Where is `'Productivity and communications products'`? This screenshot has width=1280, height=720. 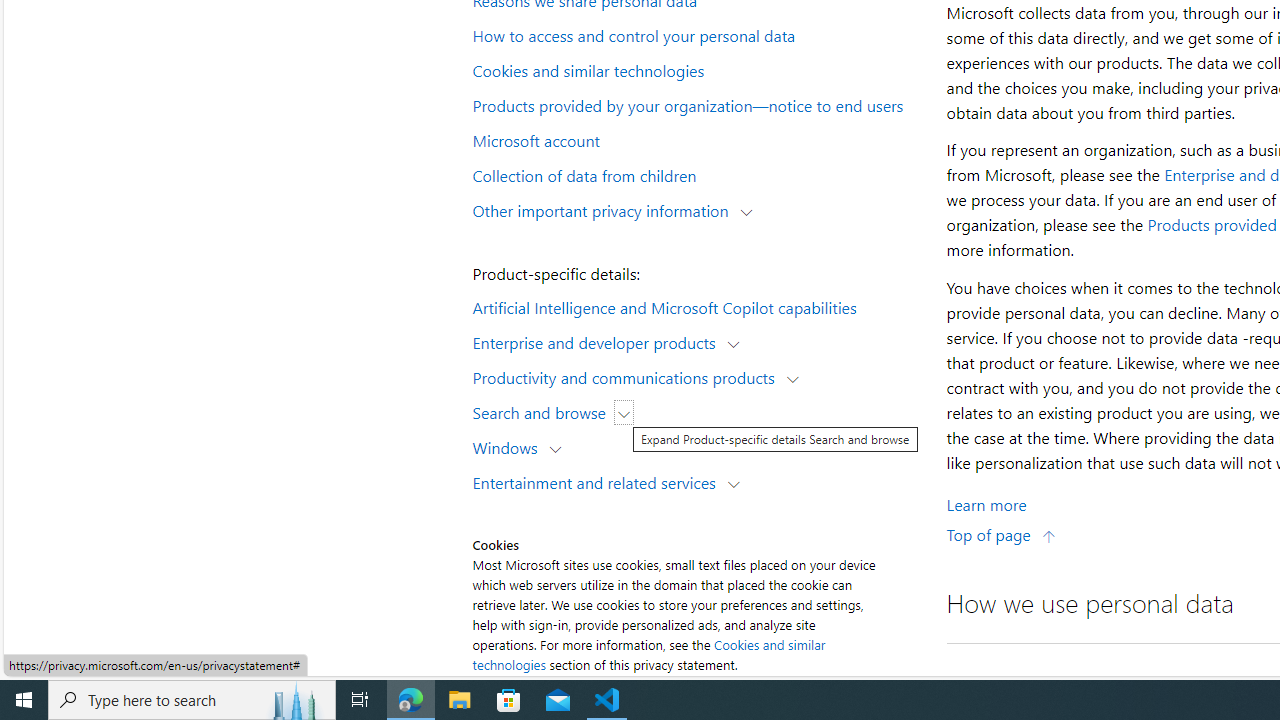 'Productivity and communications products' is located at coordinates (627, 376).